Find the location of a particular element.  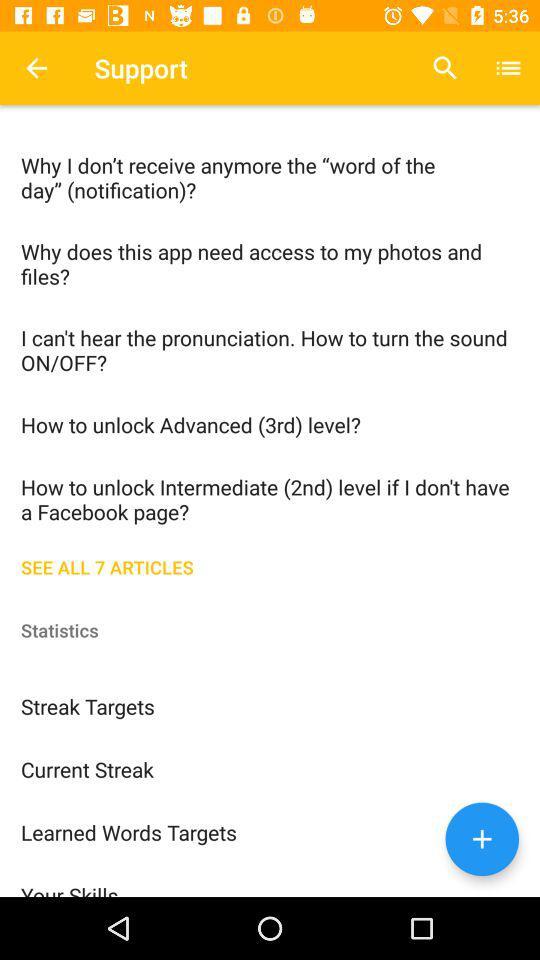

current streak item is located at coordinates (270, 767).